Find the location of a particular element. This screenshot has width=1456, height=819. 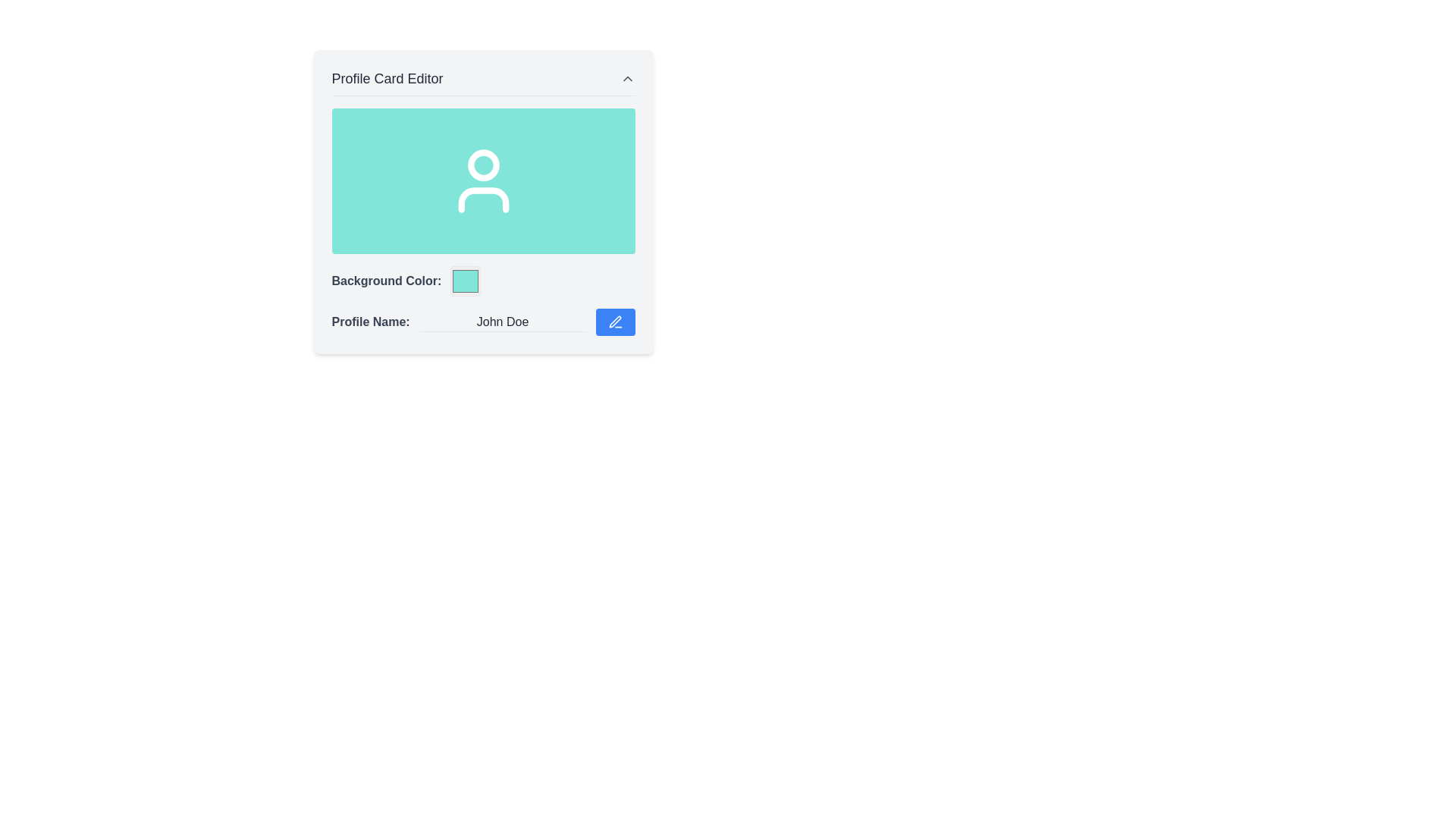

the 'Background Color:' text label, which is bold and gray, located in the 'Profile Card Editor' section is located at coordinates (386, 281).